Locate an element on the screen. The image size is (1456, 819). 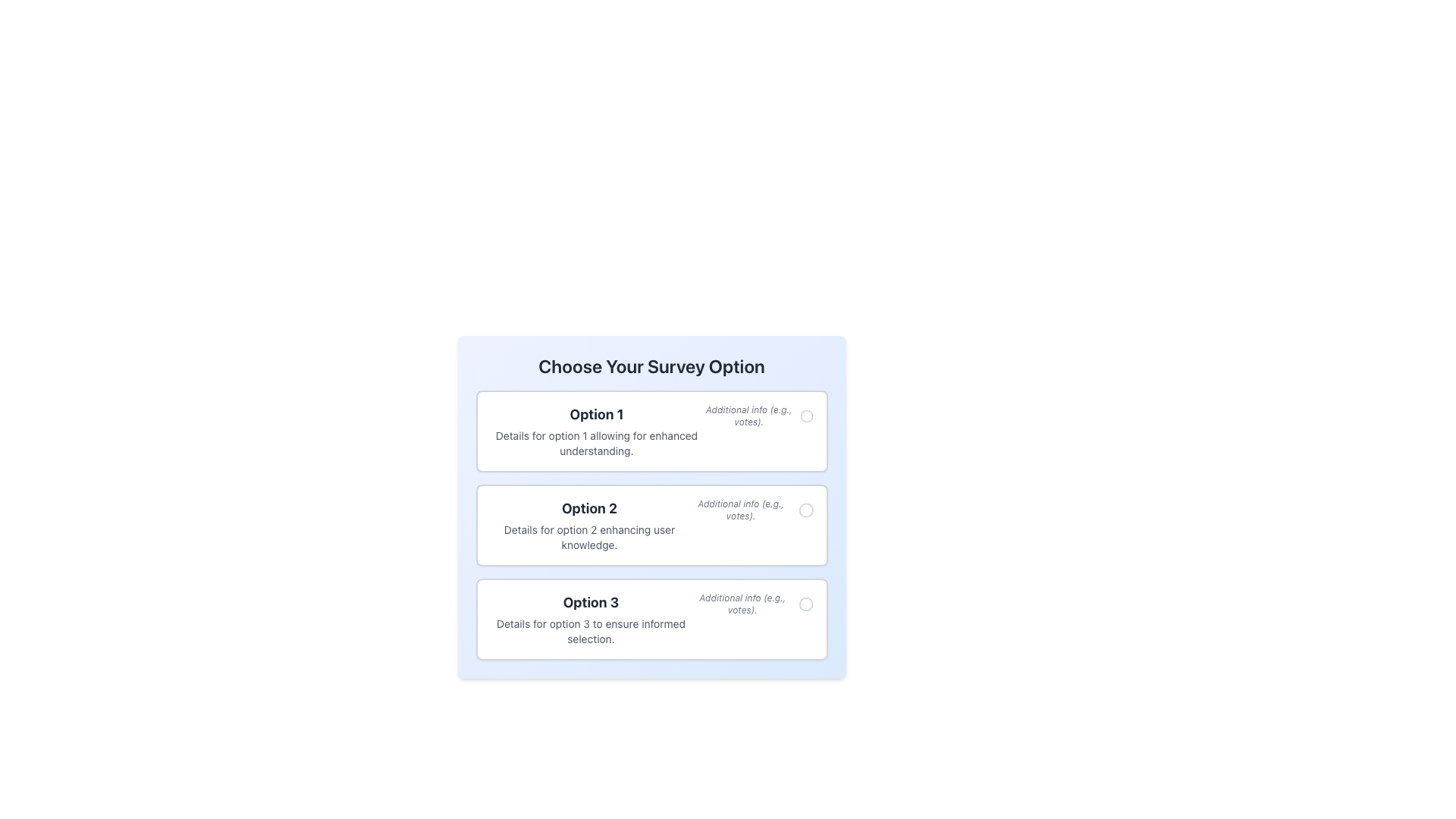
the first selectable option in the survey description grouping located below the heading 'Choose Your Survey Option' is located at coordinates (596, 431).